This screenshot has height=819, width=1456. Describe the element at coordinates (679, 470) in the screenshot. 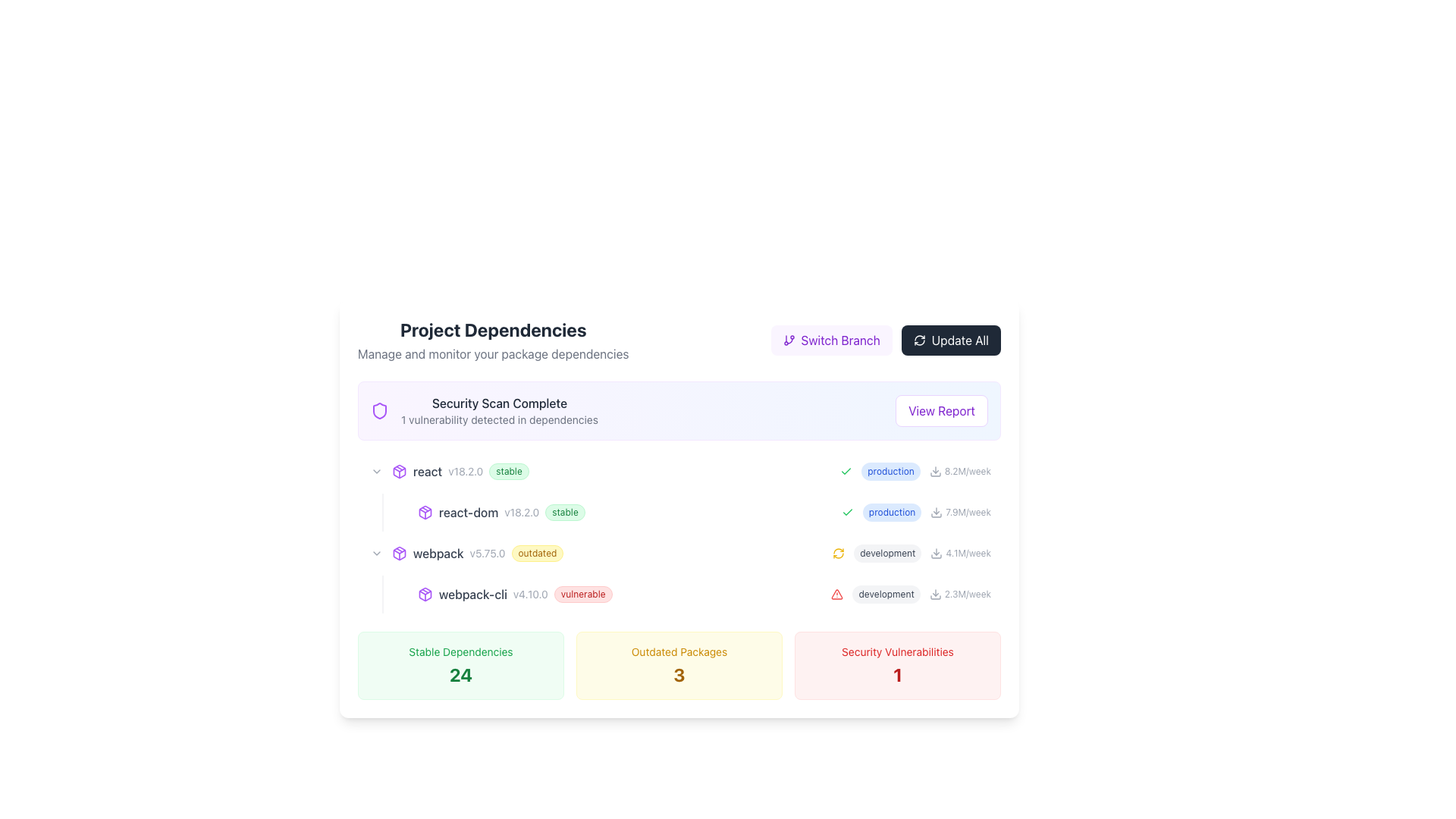

I see `the first entry of the dependencies list for 'react'` at that location.